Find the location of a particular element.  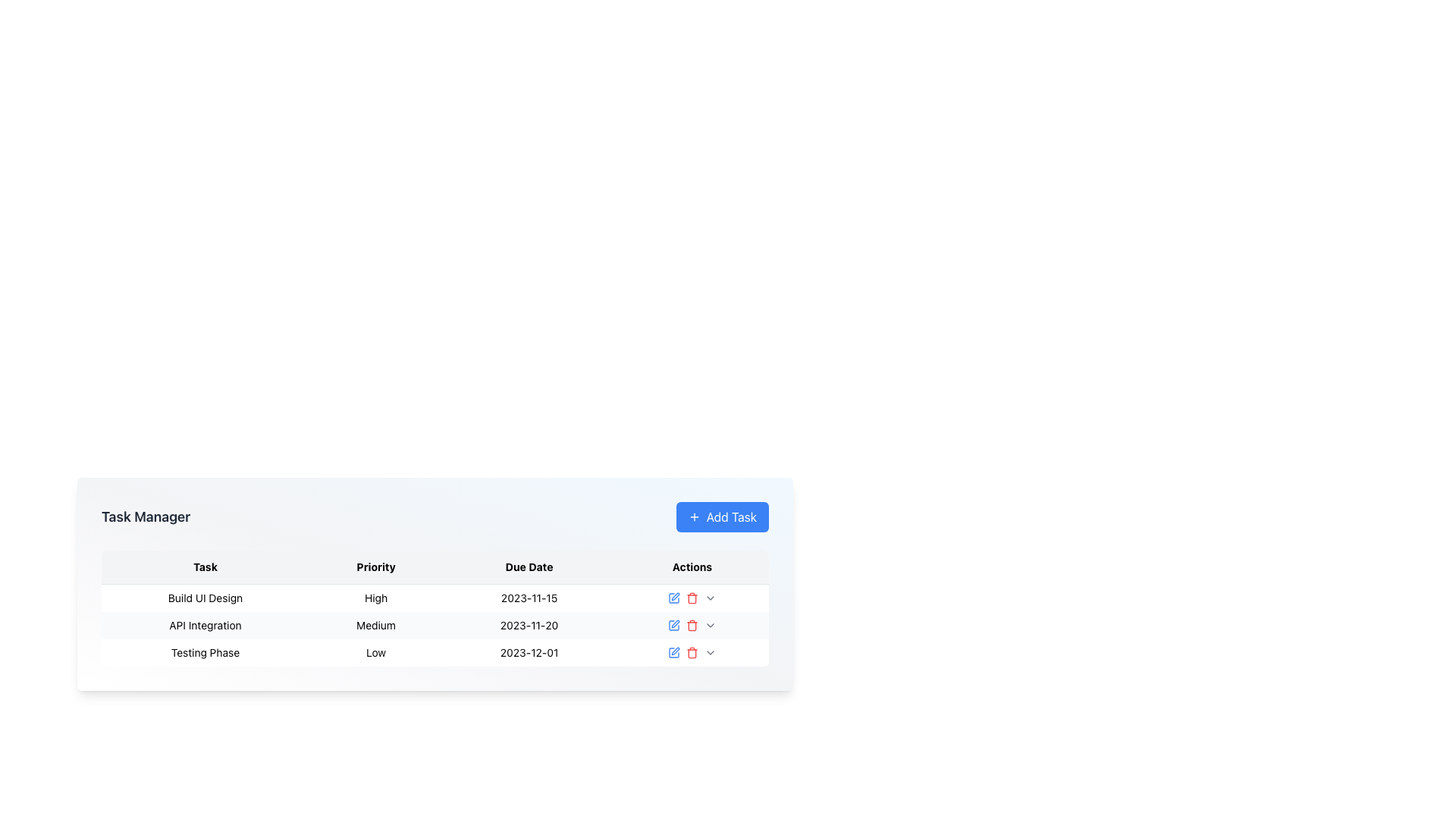

the interactive icons representing actions such as editing, deleting, and dropdown in the 'Actions' column of the first row in the 'Task Manager' table for the task 'Build UI Design' is located at coordinates (692, 598).